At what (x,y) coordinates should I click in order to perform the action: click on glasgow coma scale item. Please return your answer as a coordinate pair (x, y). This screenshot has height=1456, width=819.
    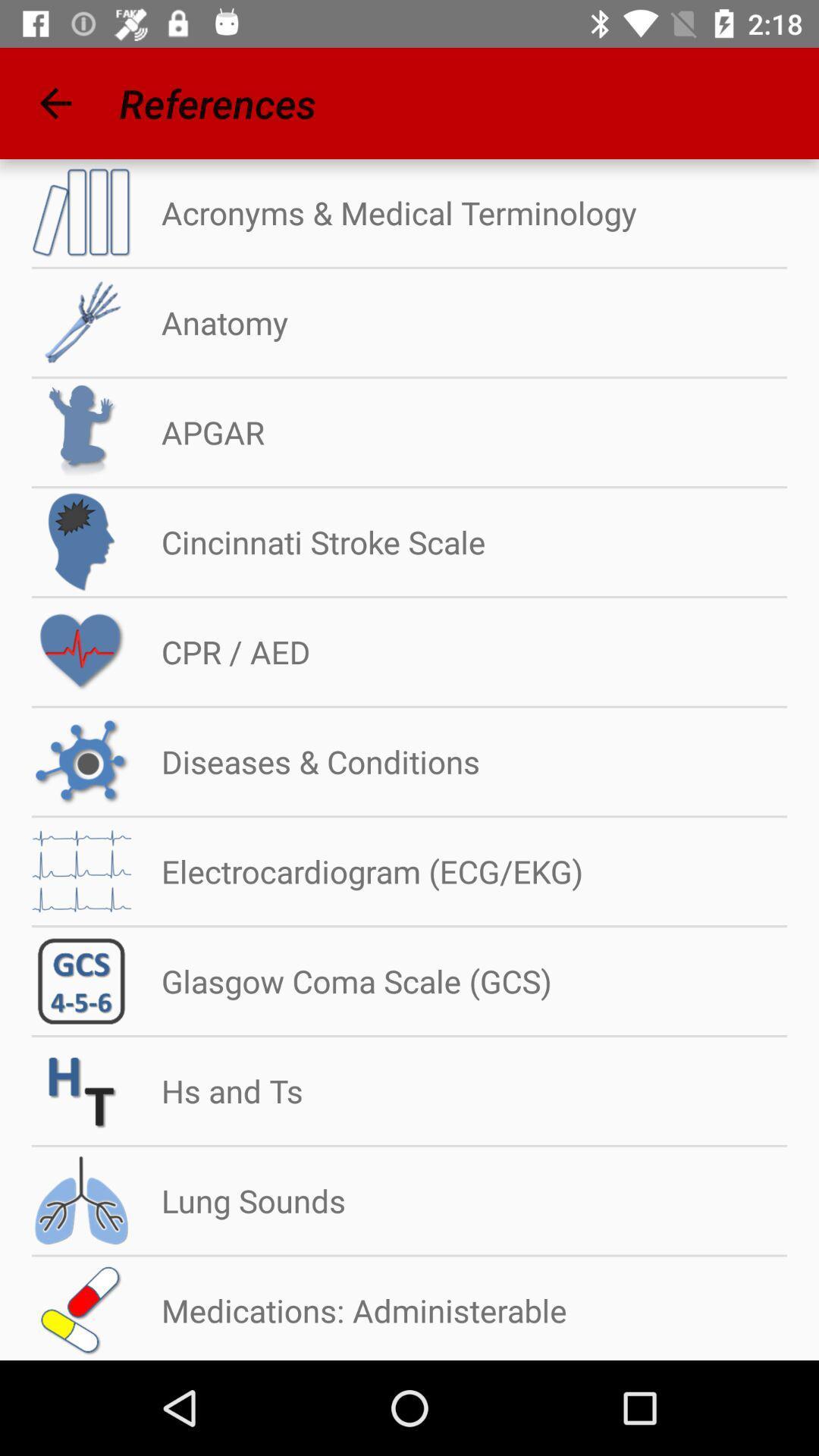
    Looking at the image, I should click on (341, 981).